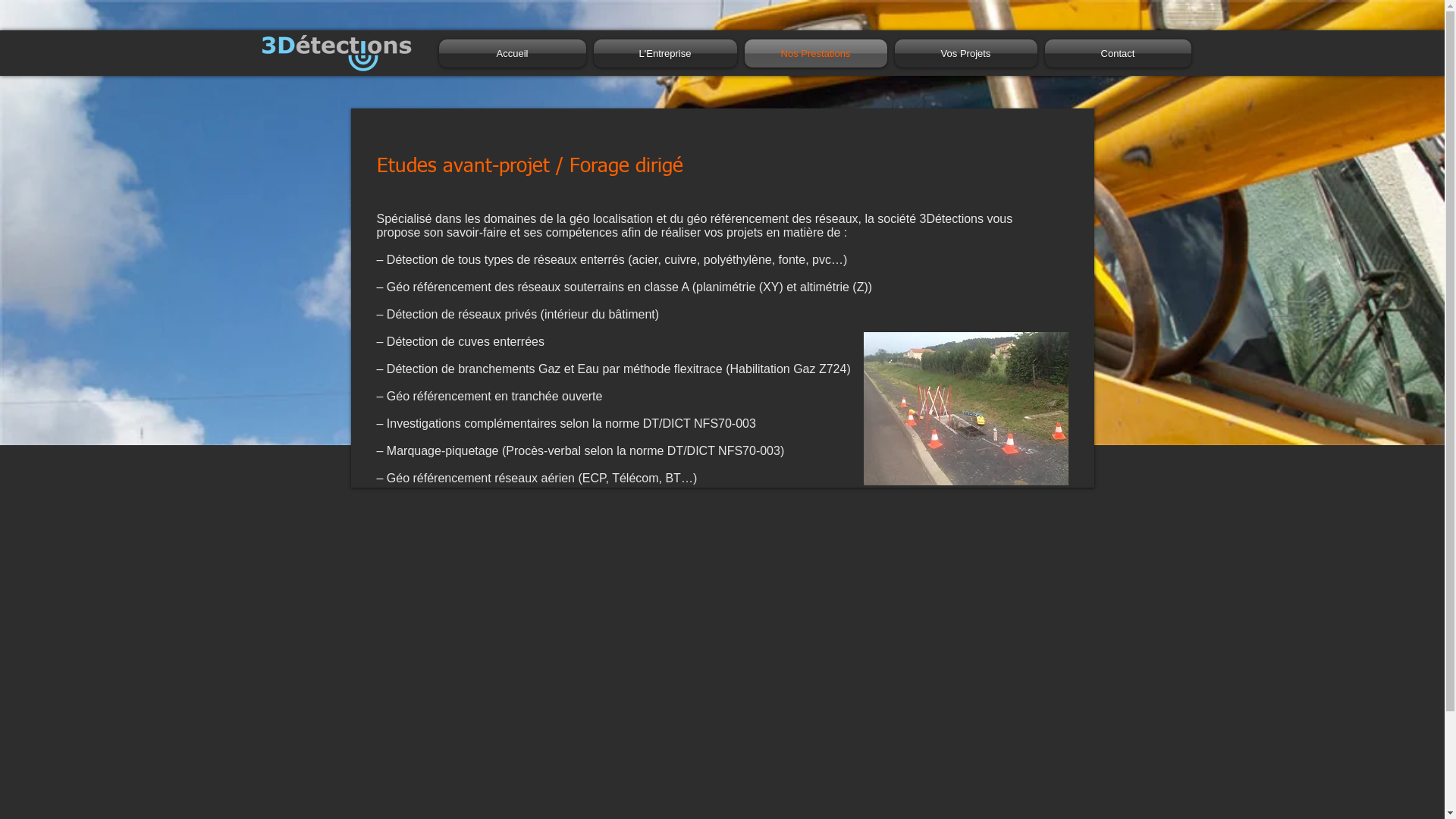 The width and height of the screenshot is (1456, 819). I want to click on 'Accueil', so click(437, 52).